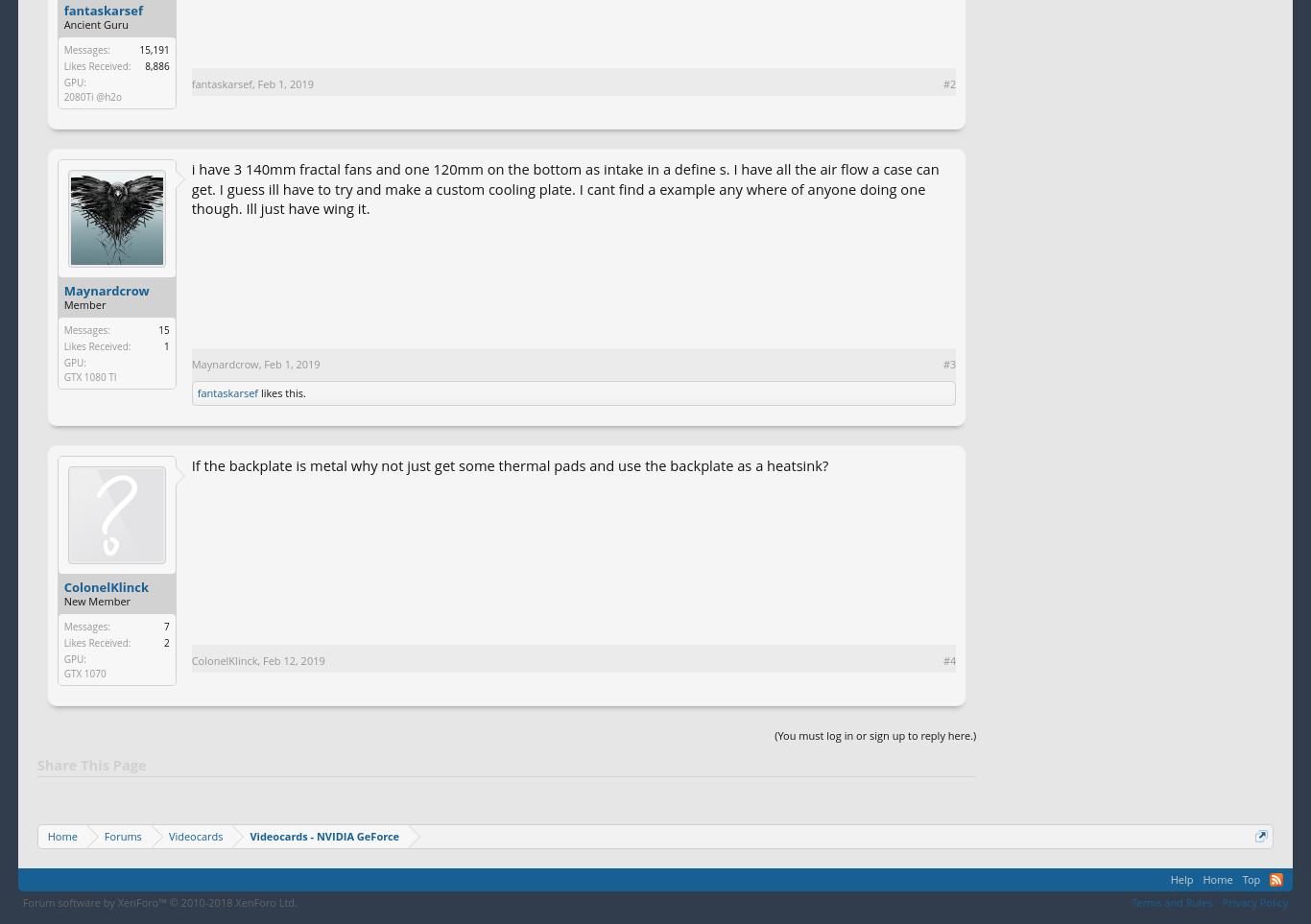  Describe the element at coordinates (1170, 878) in the screenshot. I see `'Help'` at that location.